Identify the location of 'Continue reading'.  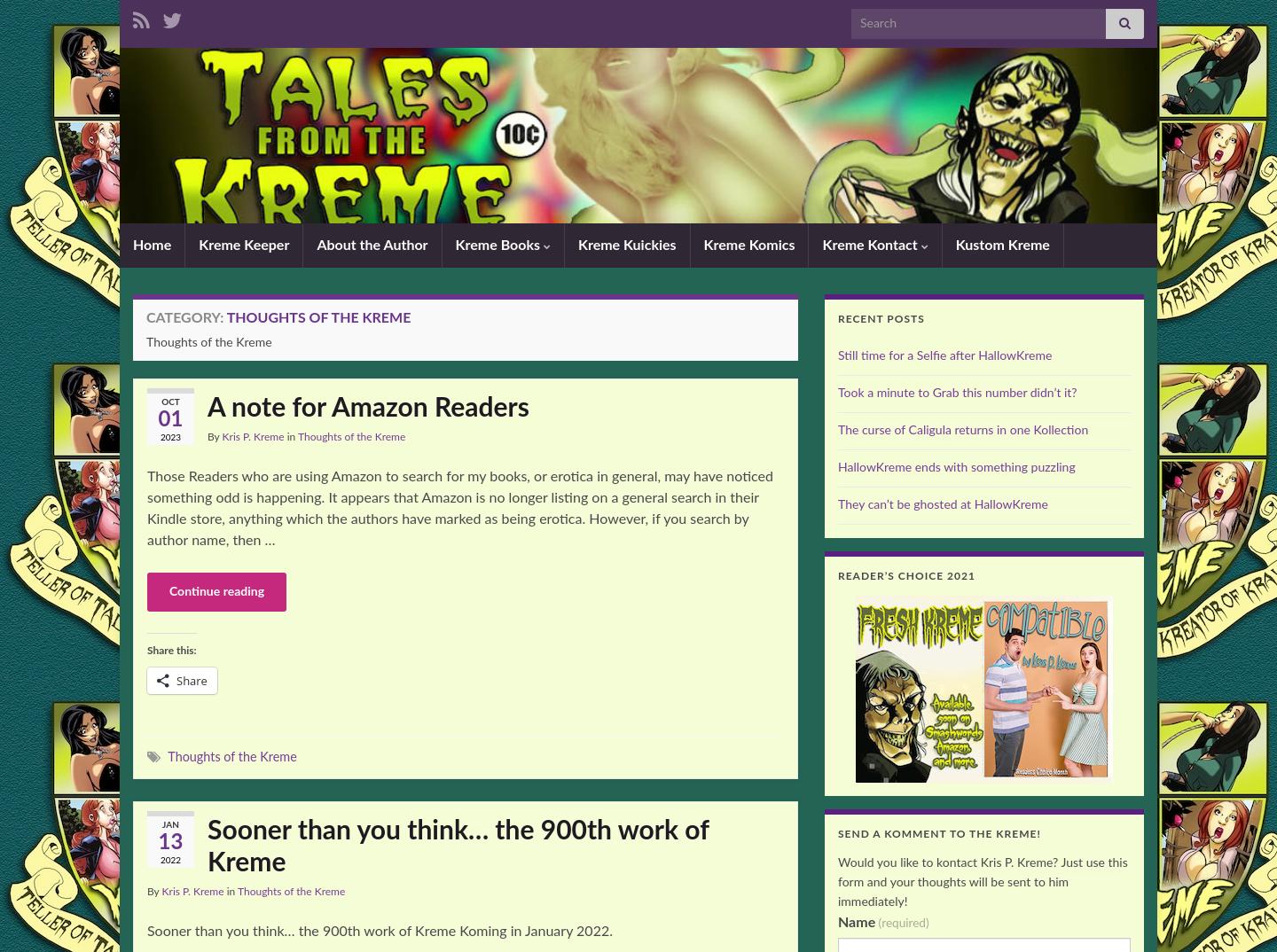
(215, 589).